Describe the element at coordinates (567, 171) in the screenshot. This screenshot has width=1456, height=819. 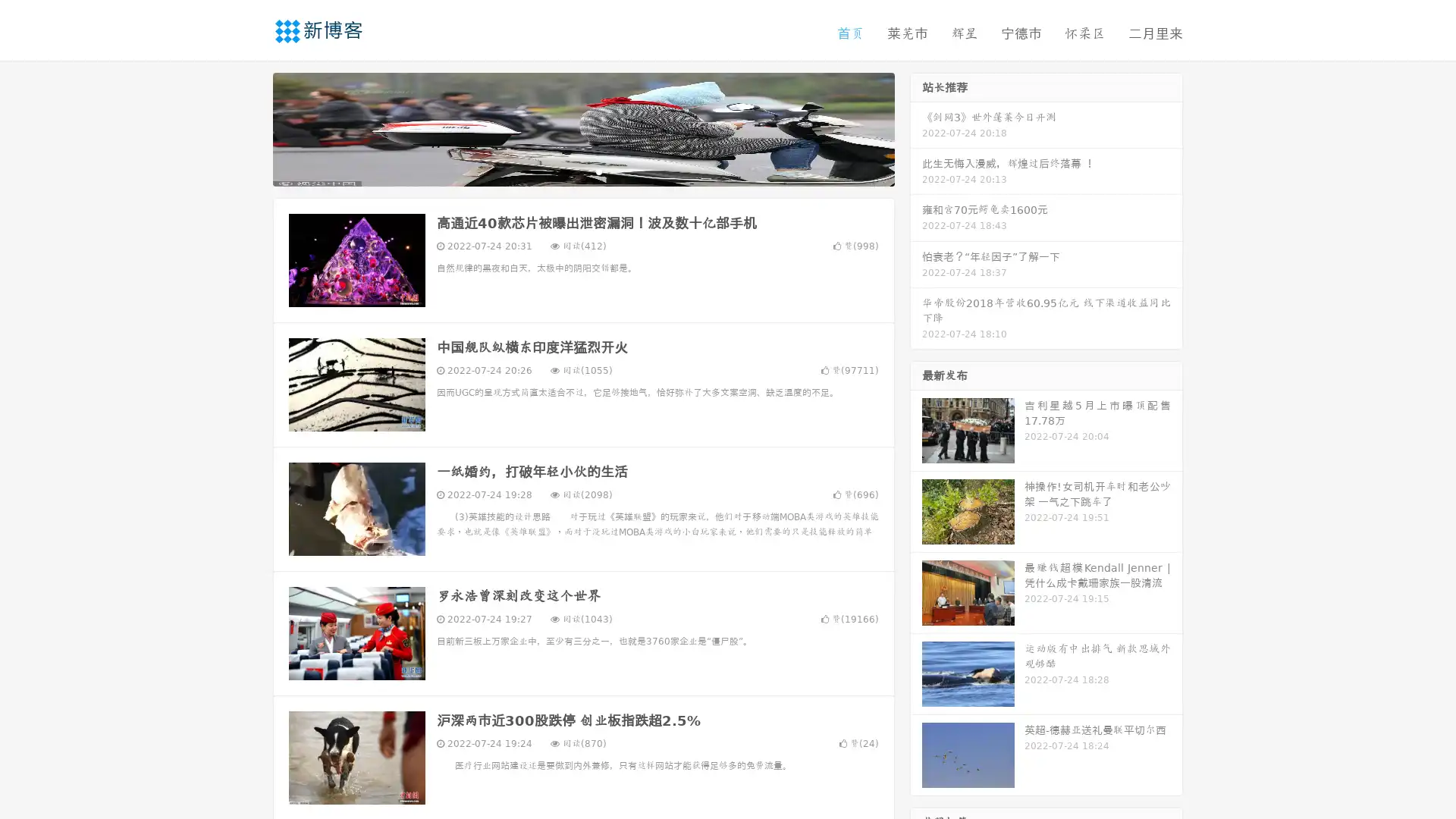
I see `Go to slide 1` at that location.